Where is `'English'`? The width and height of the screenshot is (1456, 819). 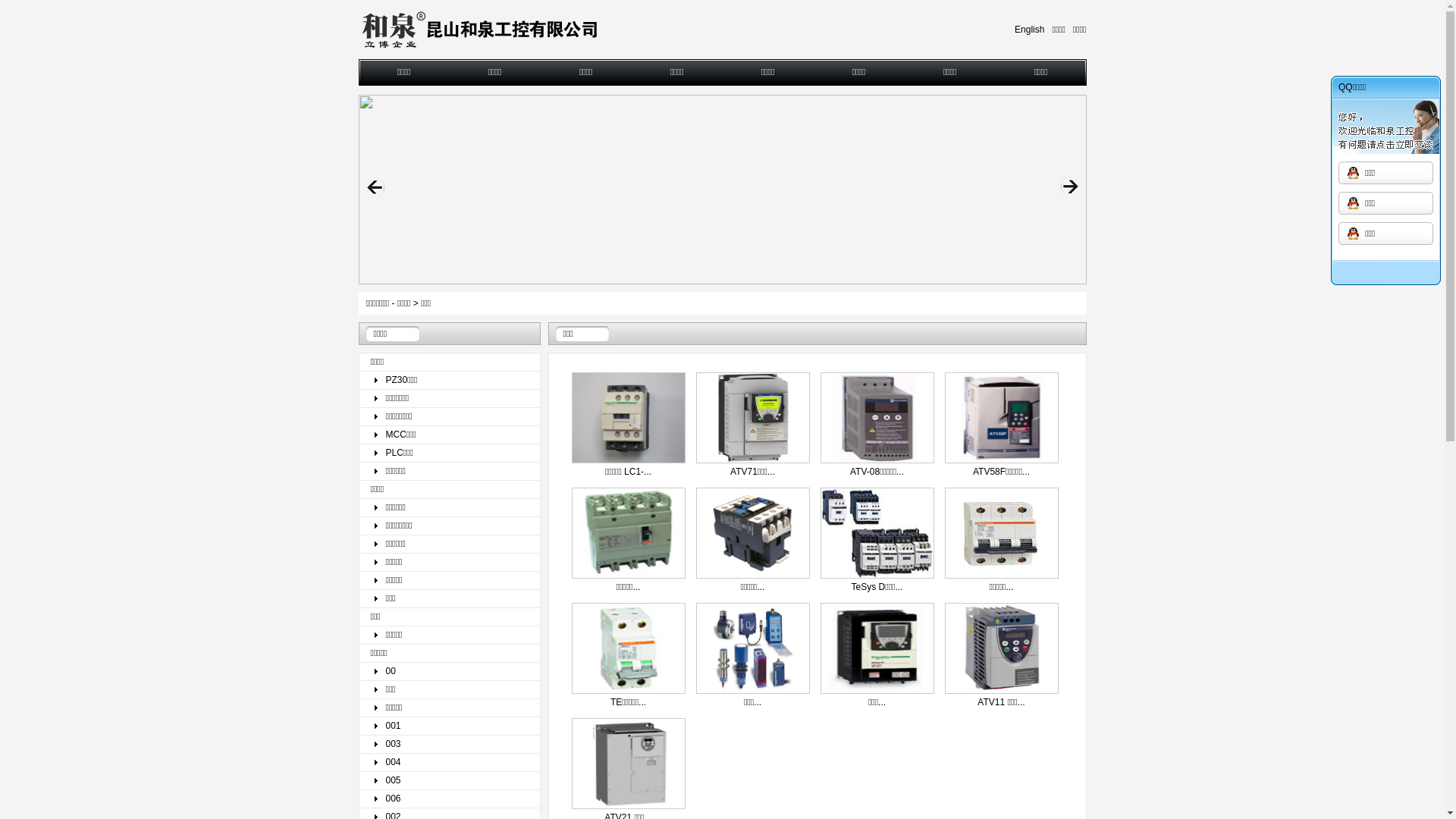
'English' is located at coordinates (1029, 29).